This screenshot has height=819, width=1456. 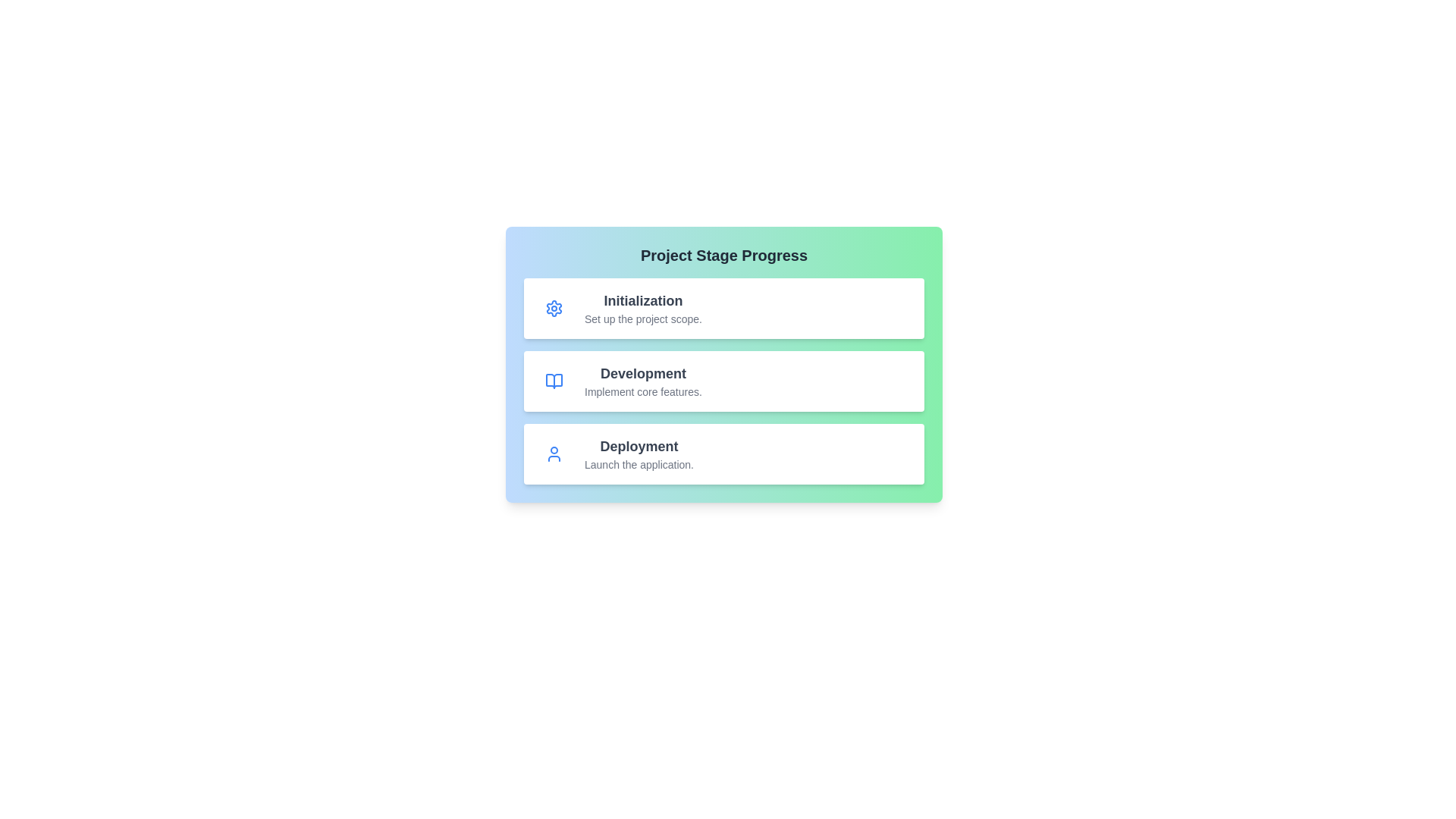 What do you see at coordinates (643, 391) in the screenshot?
I see `the descriptive text label providing additional context about the 'Development' stage in the application, located in the 'Development' section to the right of the stage icon` at bounding box center [643, 391].